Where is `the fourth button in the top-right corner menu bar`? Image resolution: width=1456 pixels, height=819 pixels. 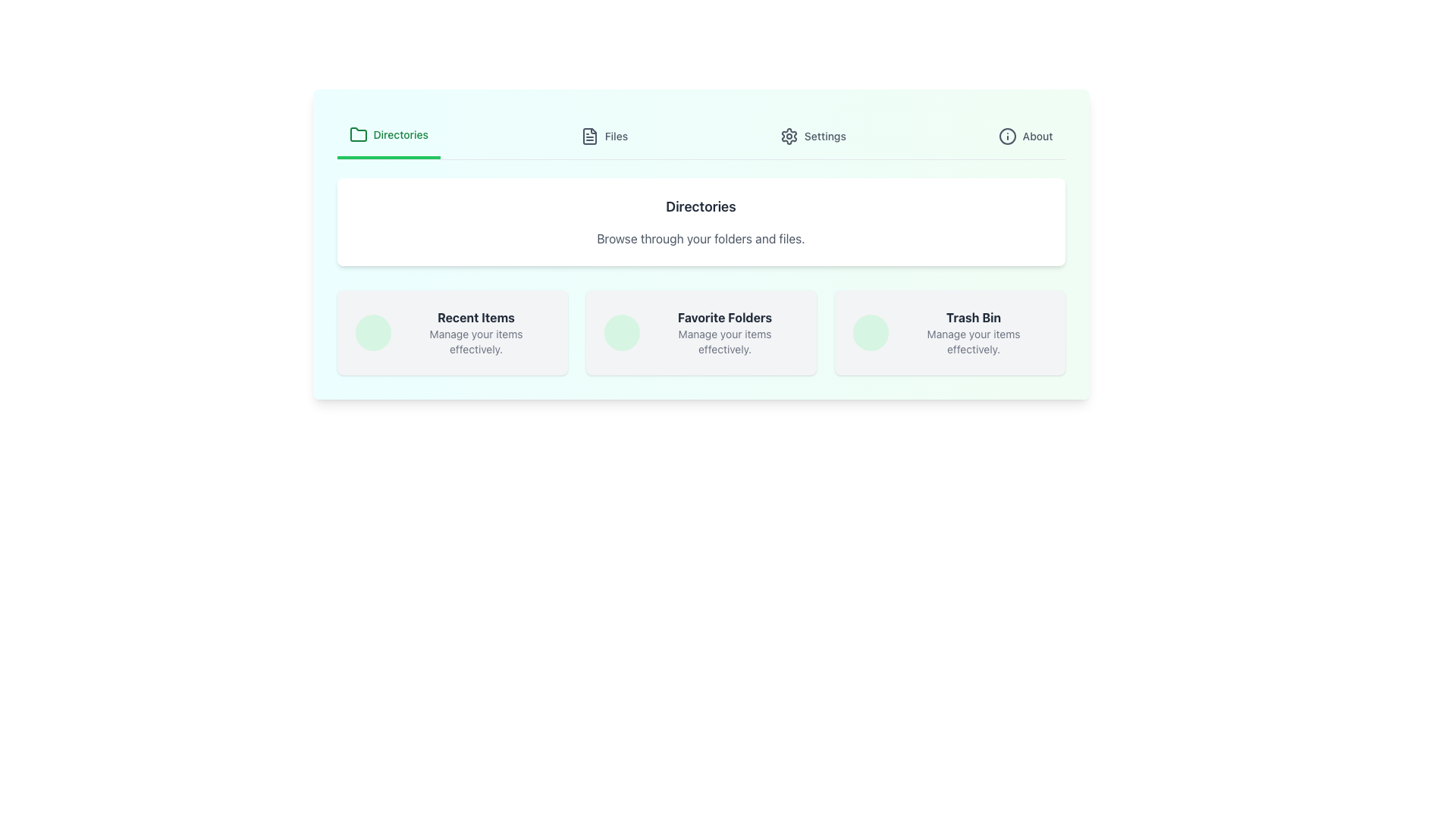
the fourth button in the top-right corner menu bar is located at coordinates (1025, 136).